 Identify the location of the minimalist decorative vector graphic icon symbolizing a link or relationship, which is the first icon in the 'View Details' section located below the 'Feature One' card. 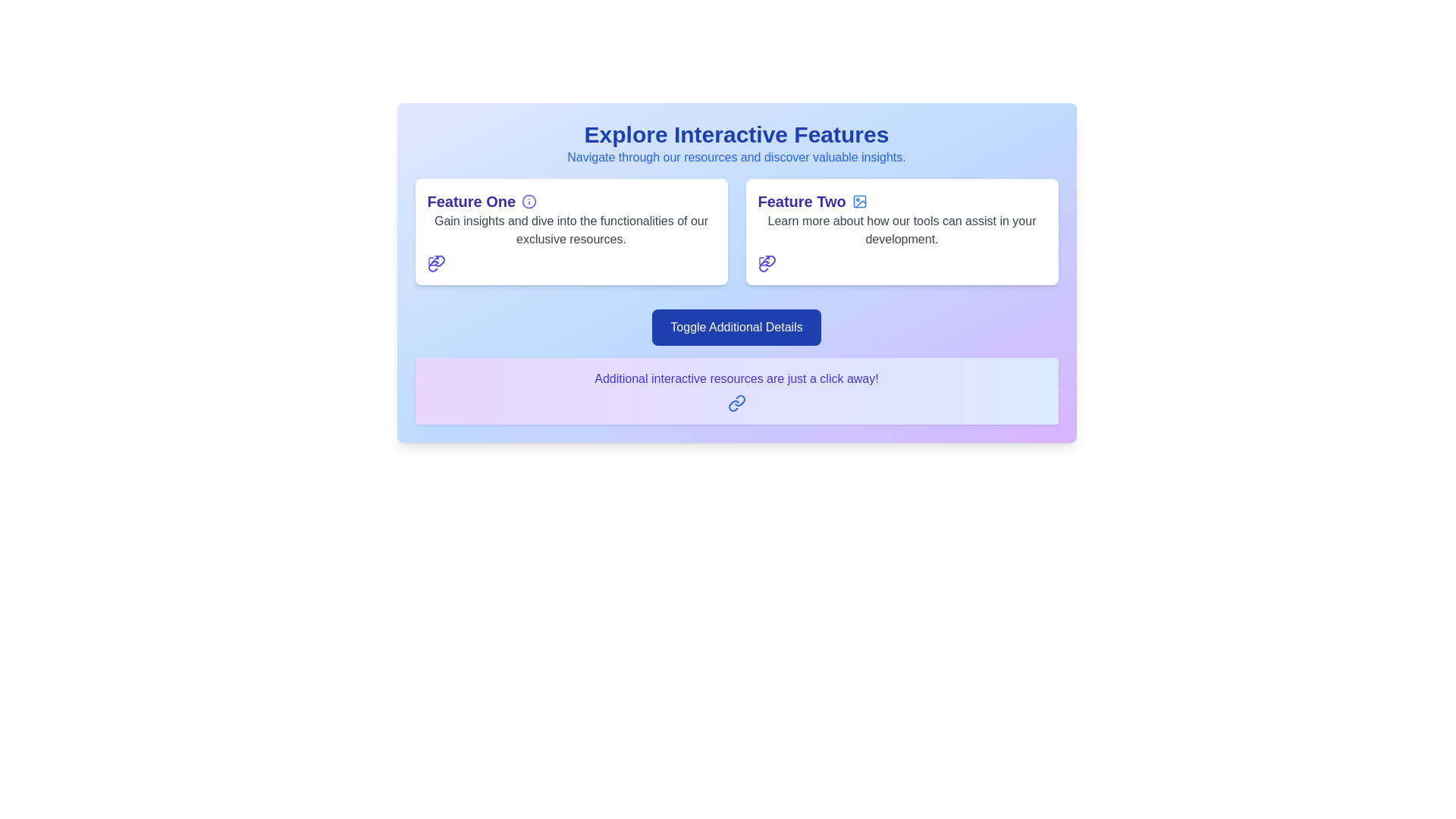
(438, 260).